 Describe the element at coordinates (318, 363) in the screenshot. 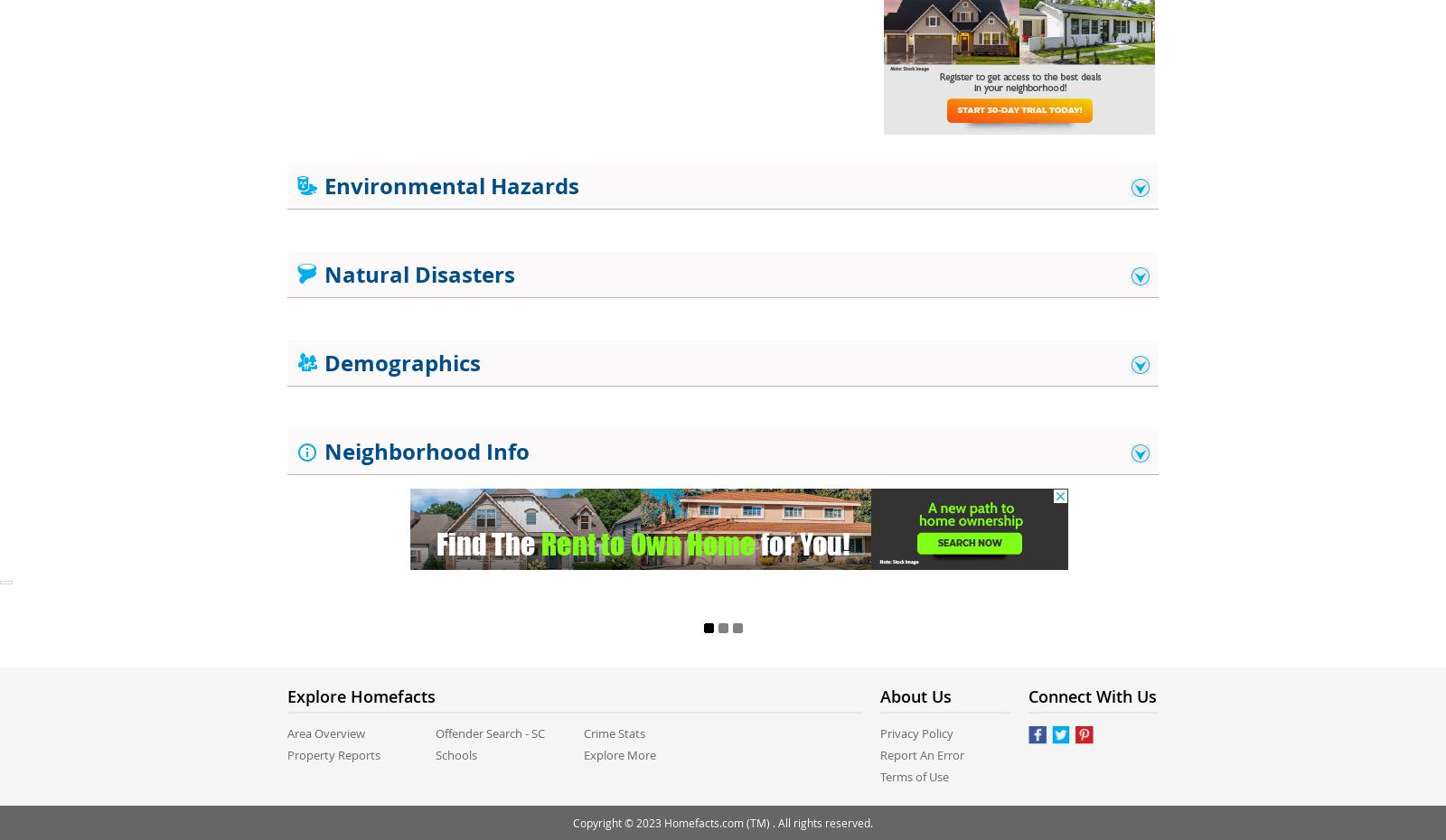

I see `'Demographics'` at that location.